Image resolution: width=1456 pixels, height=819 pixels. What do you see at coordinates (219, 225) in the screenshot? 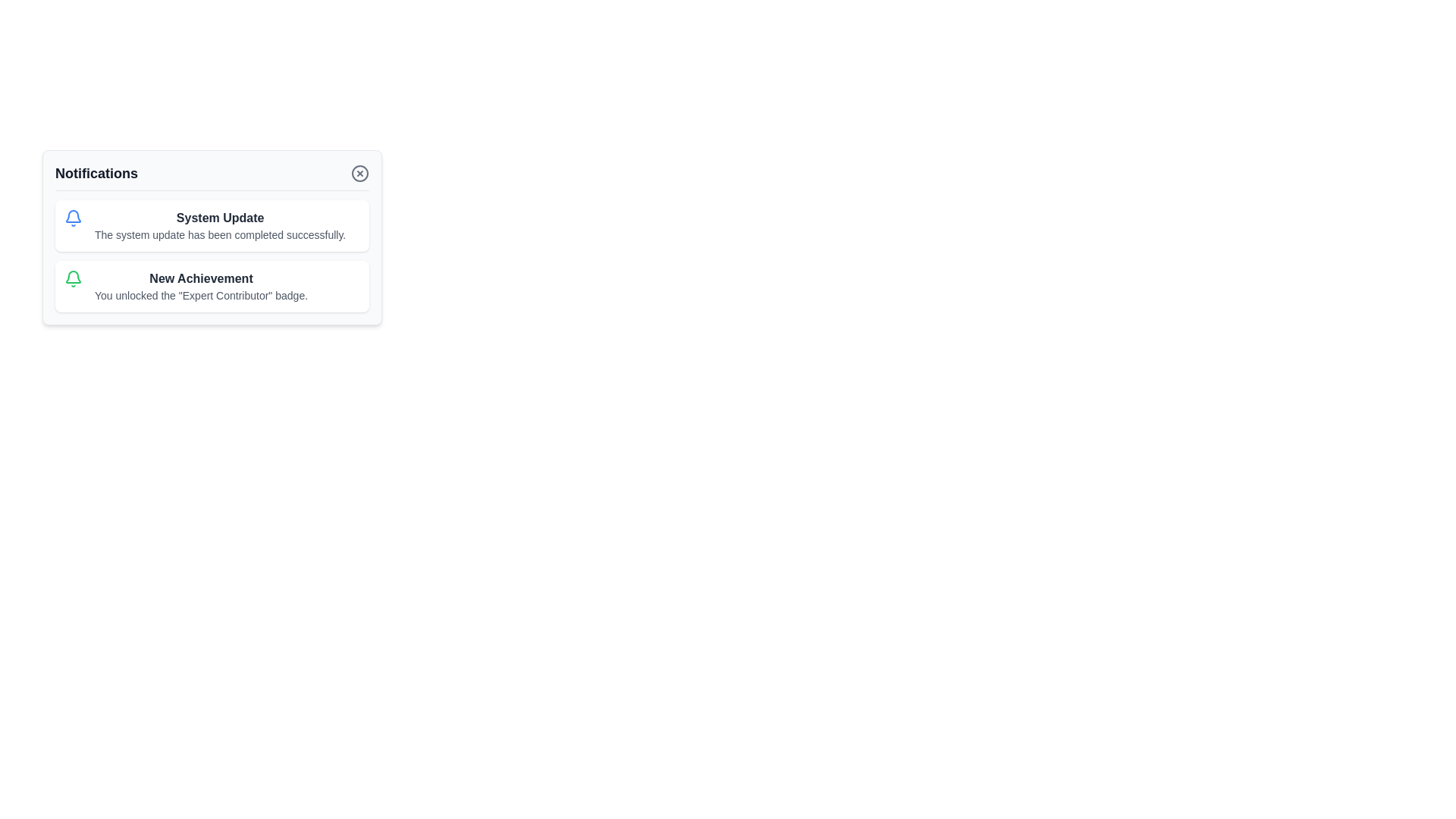
I see `the text block displaying 'System Update' which contains two lines of text, indicating a completed system update notification` at bounding box center [219, 225].